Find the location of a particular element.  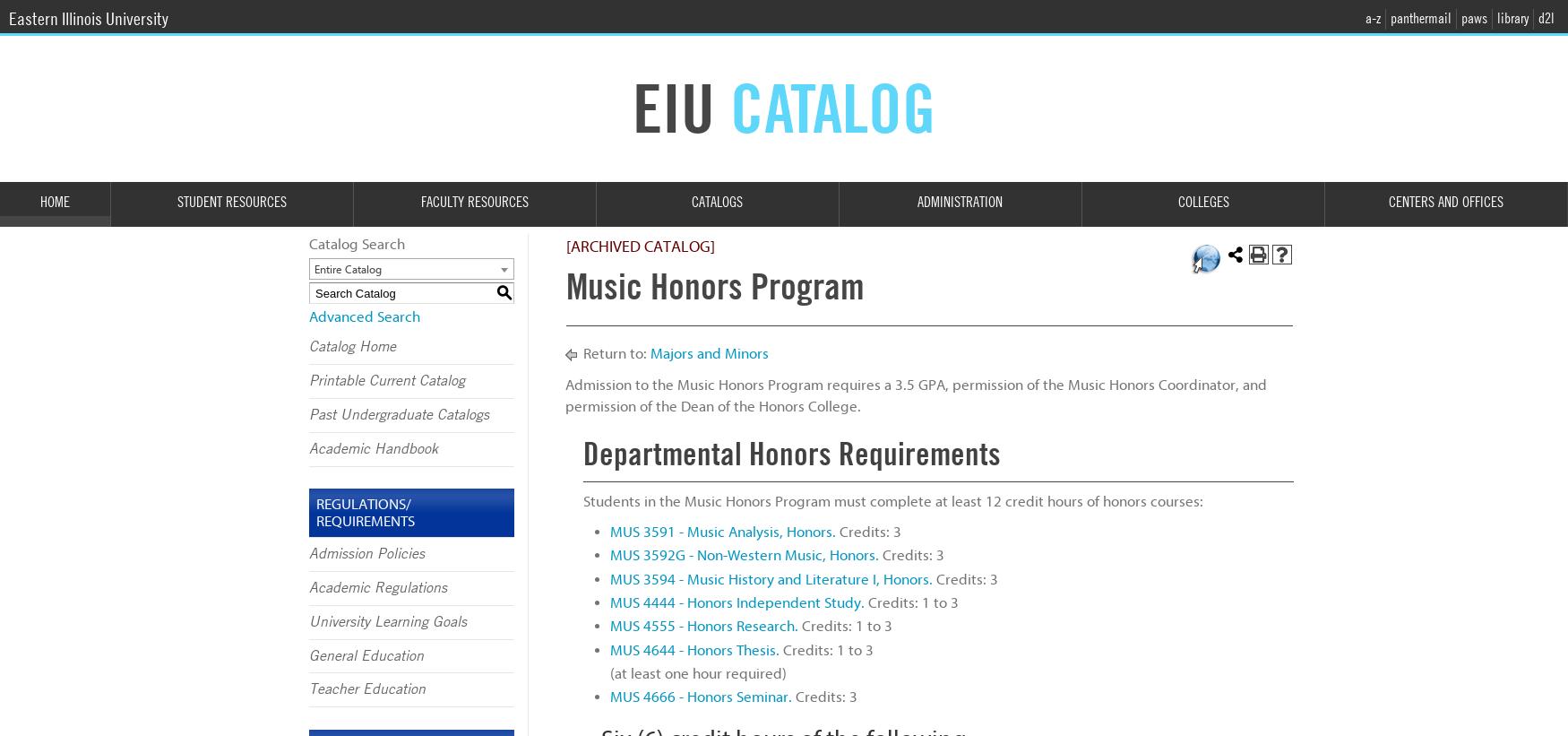

'Catalog Home' is located at coordinates (351, 346).